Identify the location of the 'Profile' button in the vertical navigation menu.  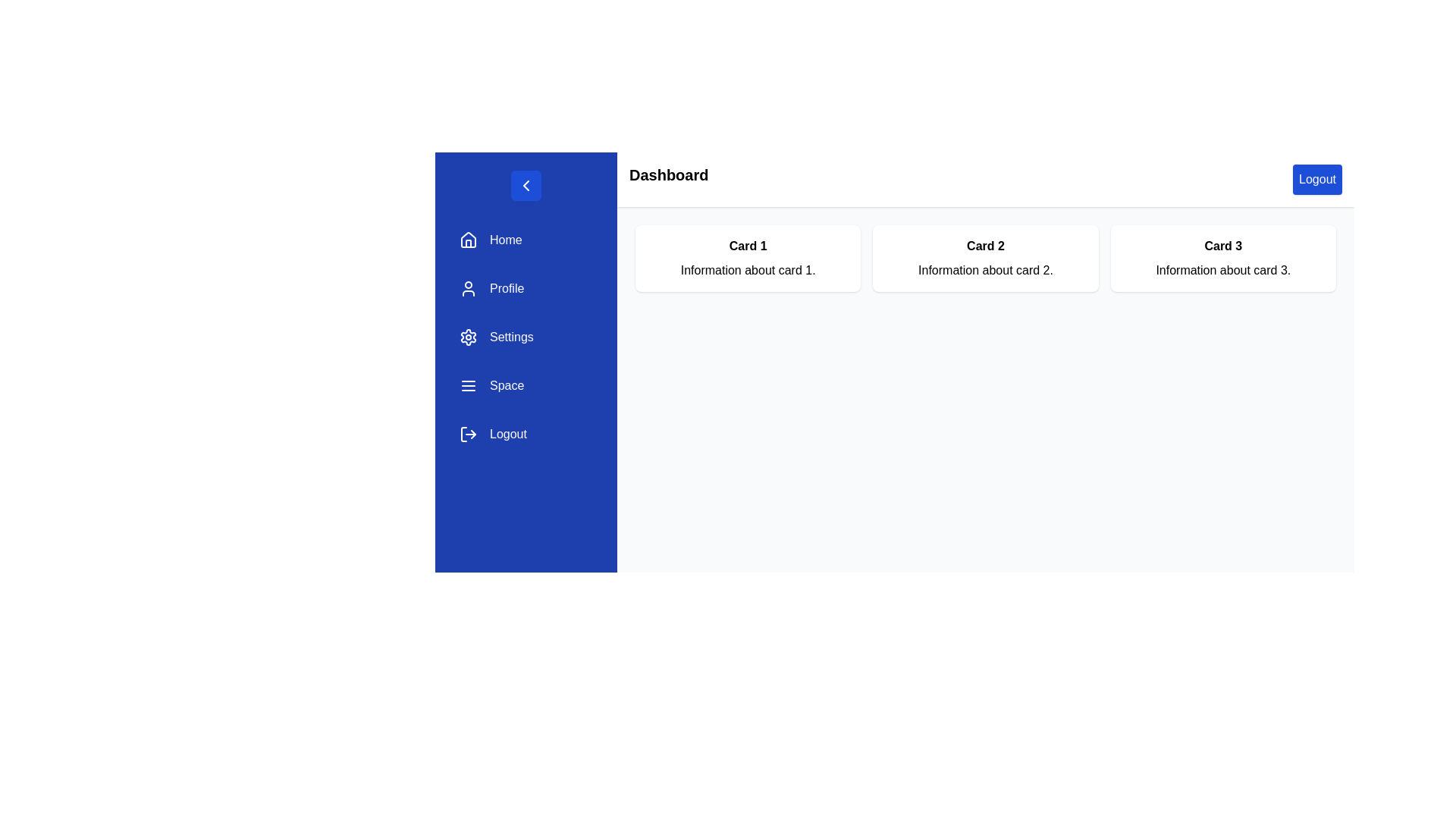
(526, 289).